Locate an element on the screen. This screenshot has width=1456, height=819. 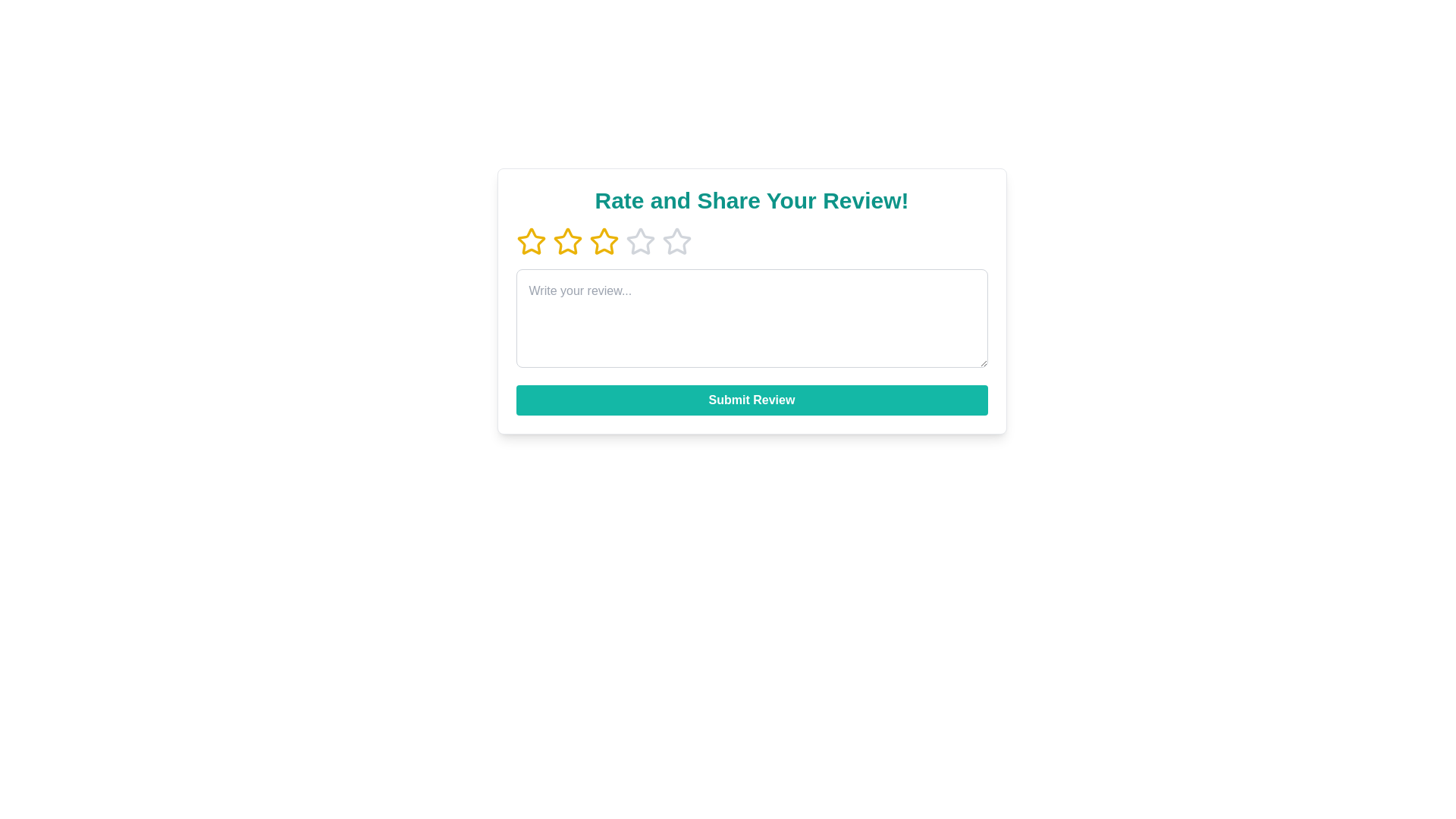
the star corresponding to 2 stars to preview the rating is located at coordinates (566, 241).